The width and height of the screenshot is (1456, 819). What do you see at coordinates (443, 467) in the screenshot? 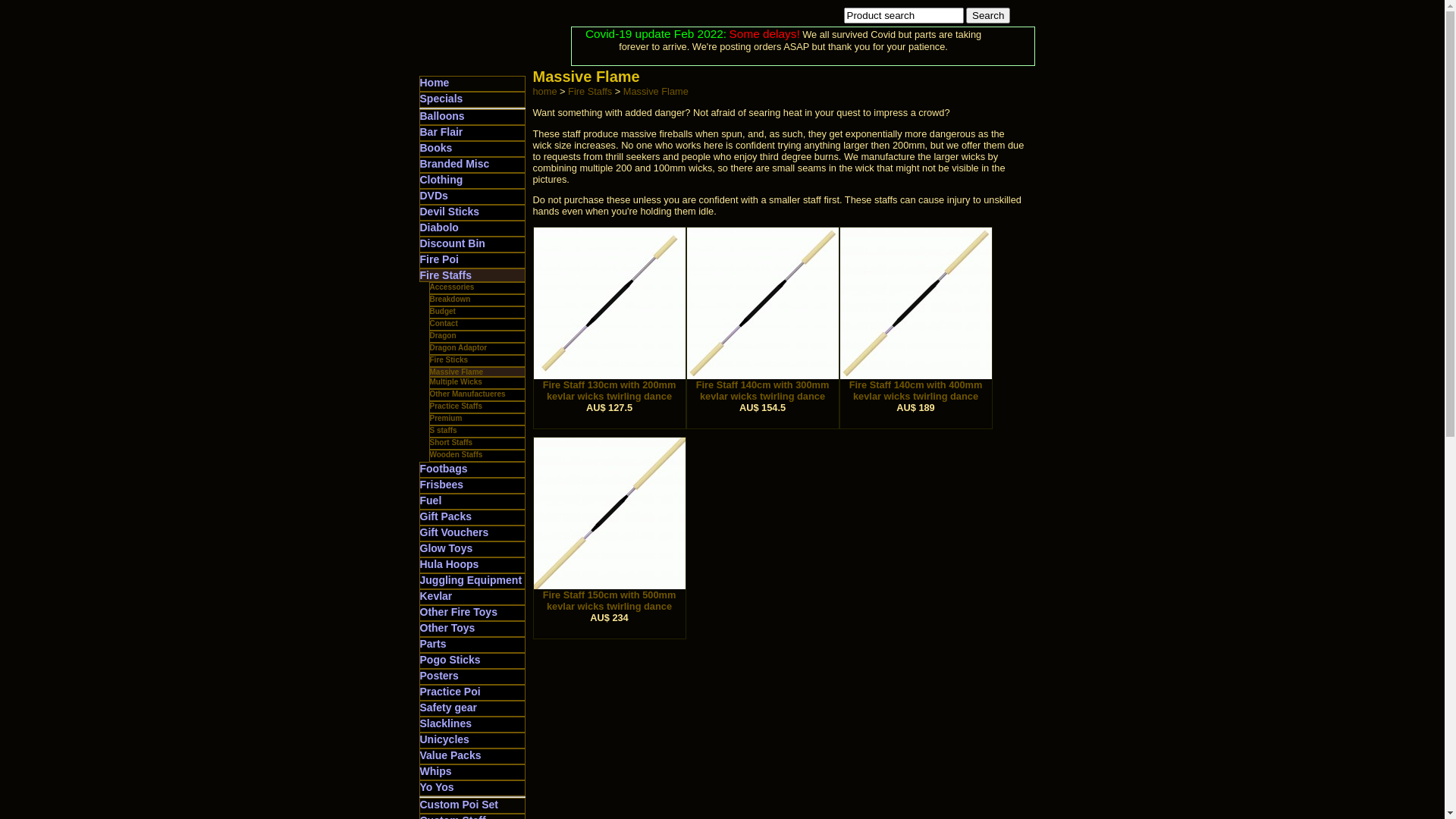
I see `'Footbags'` at bounding box center [443, 467].